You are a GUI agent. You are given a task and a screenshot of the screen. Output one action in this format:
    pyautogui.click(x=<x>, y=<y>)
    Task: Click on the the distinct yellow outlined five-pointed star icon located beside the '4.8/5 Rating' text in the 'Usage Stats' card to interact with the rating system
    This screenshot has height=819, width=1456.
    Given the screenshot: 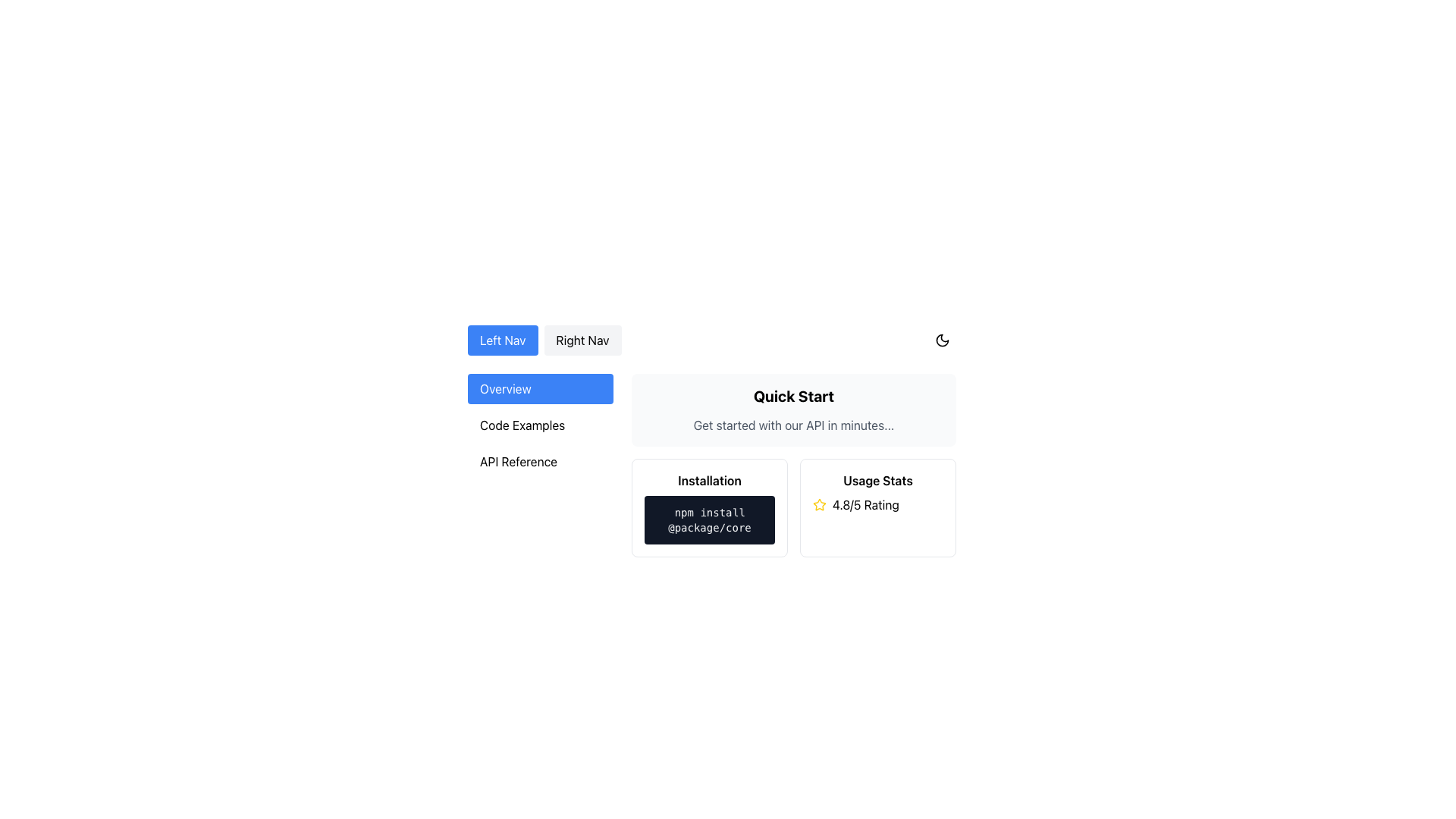 What is the action you would take?
    pyautogui.click(x=818, y=504)
    